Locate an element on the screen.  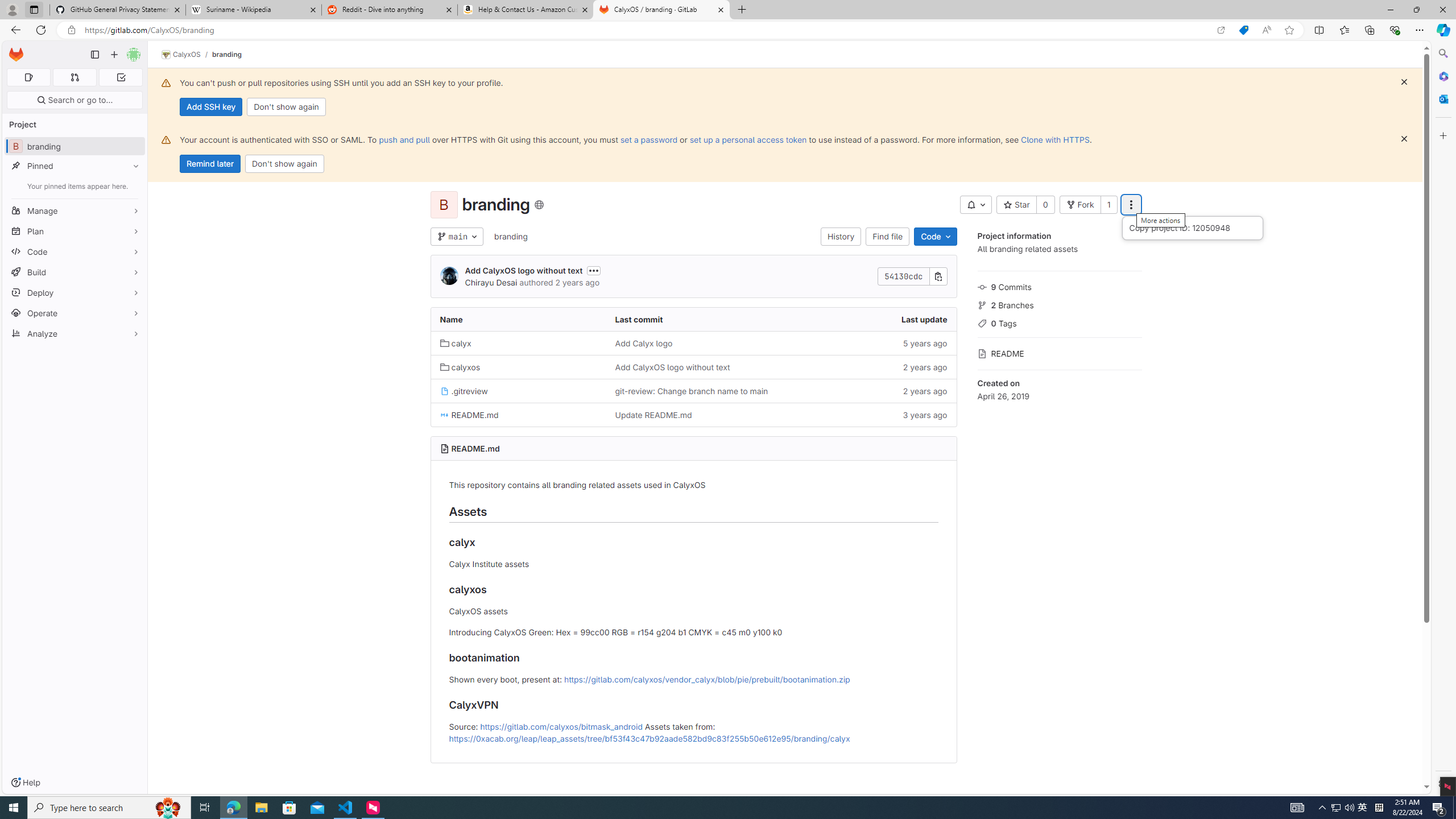
'2 years ago' is located at coordinates (868, 390).